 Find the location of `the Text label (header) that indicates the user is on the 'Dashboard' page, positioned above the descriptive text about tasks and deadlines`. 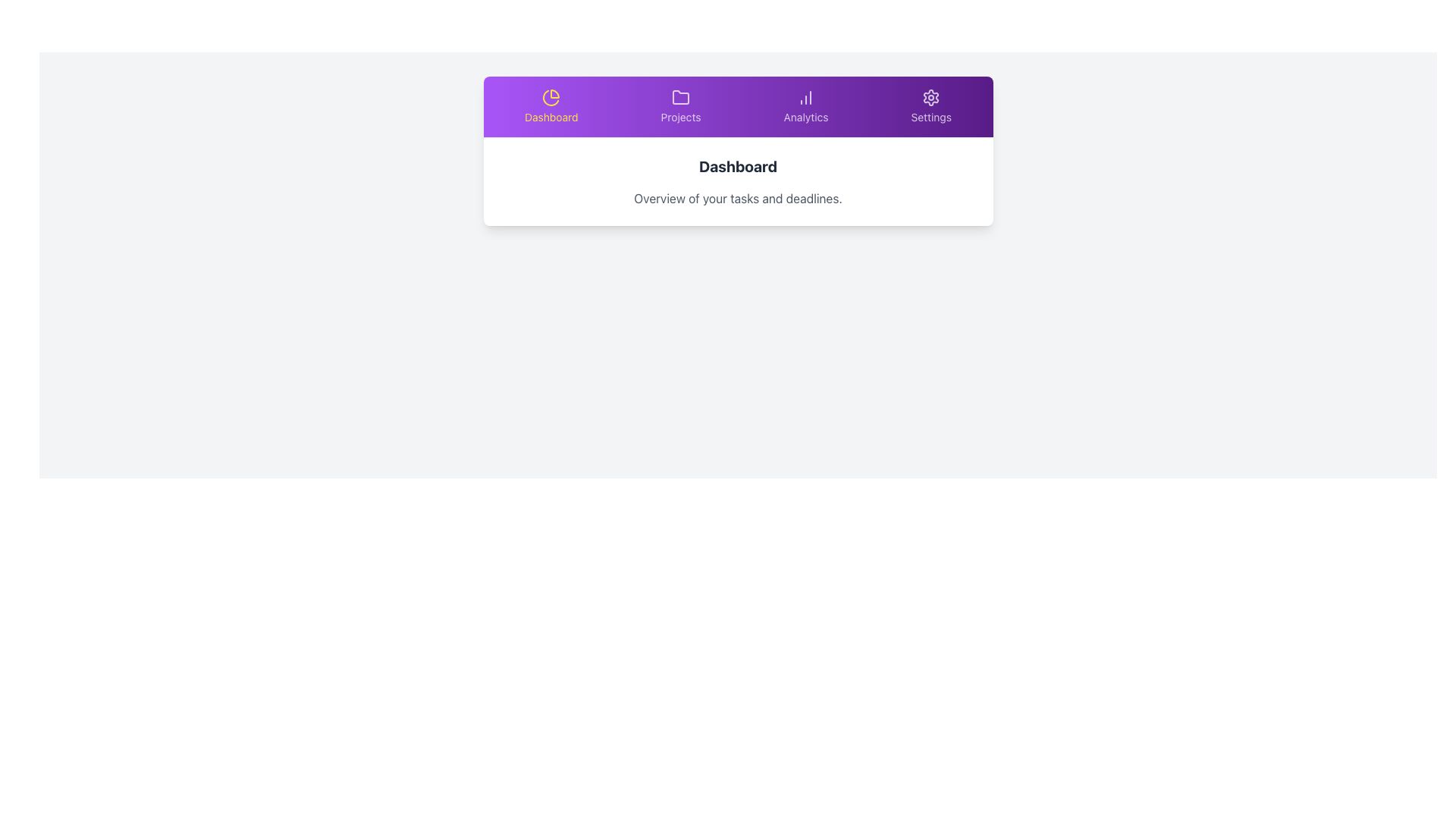

the Text label (header) that indicates the user is on the 'Dashboard' page, positioned above the descriptive text about tasks and deadlines is located at coordinates (738, 166).